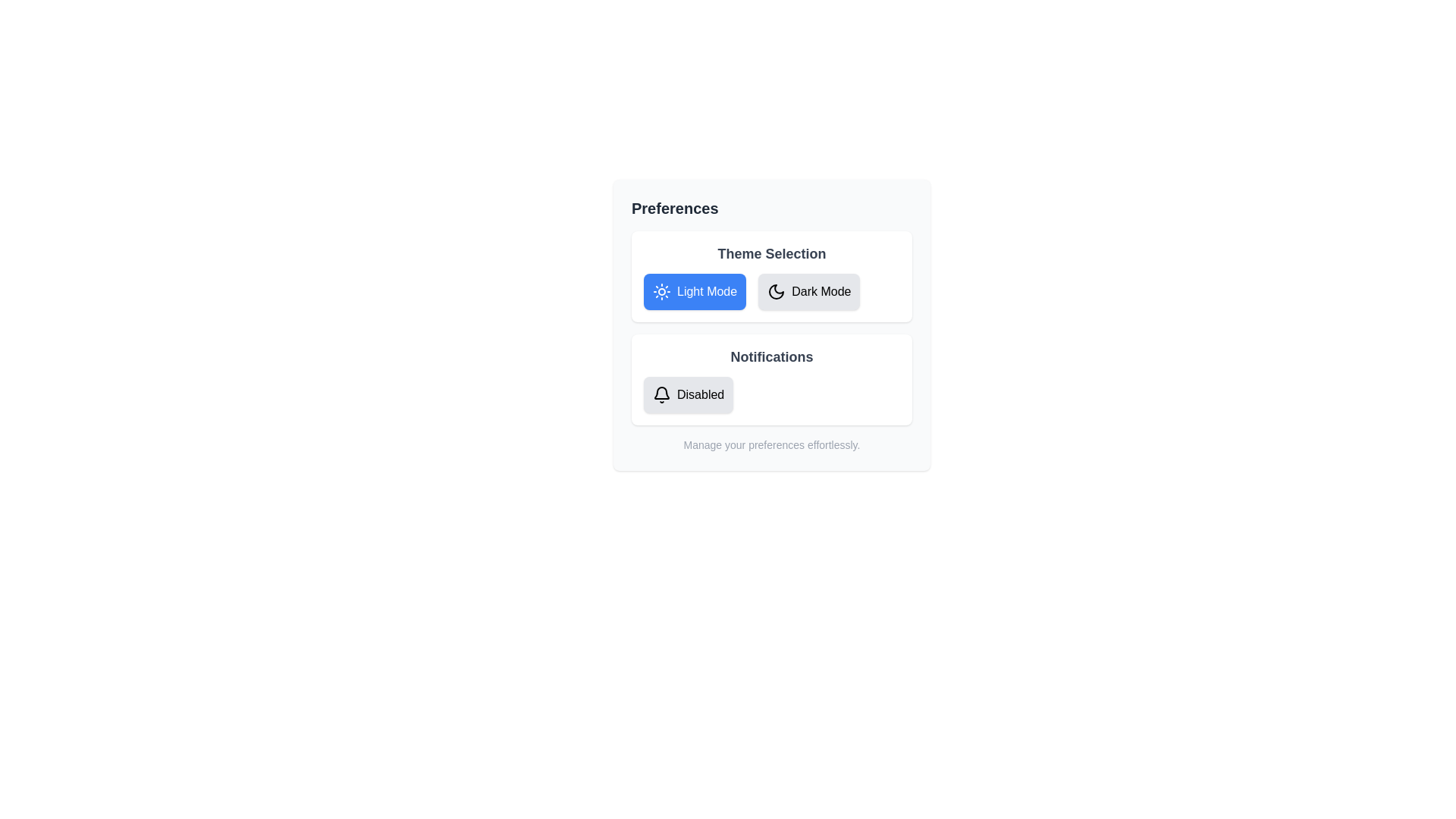 This screenshot has width=1456, height=819. What do you see at coordinates (771, 444) in the screenshot?
I see `the text label that reads 'Manage your preferences effortlessly,' which is styled in gray and located at the center-bottom of the 'Preferences' section beneath the 'Notifications' panel` at bounding box center [771, 444].